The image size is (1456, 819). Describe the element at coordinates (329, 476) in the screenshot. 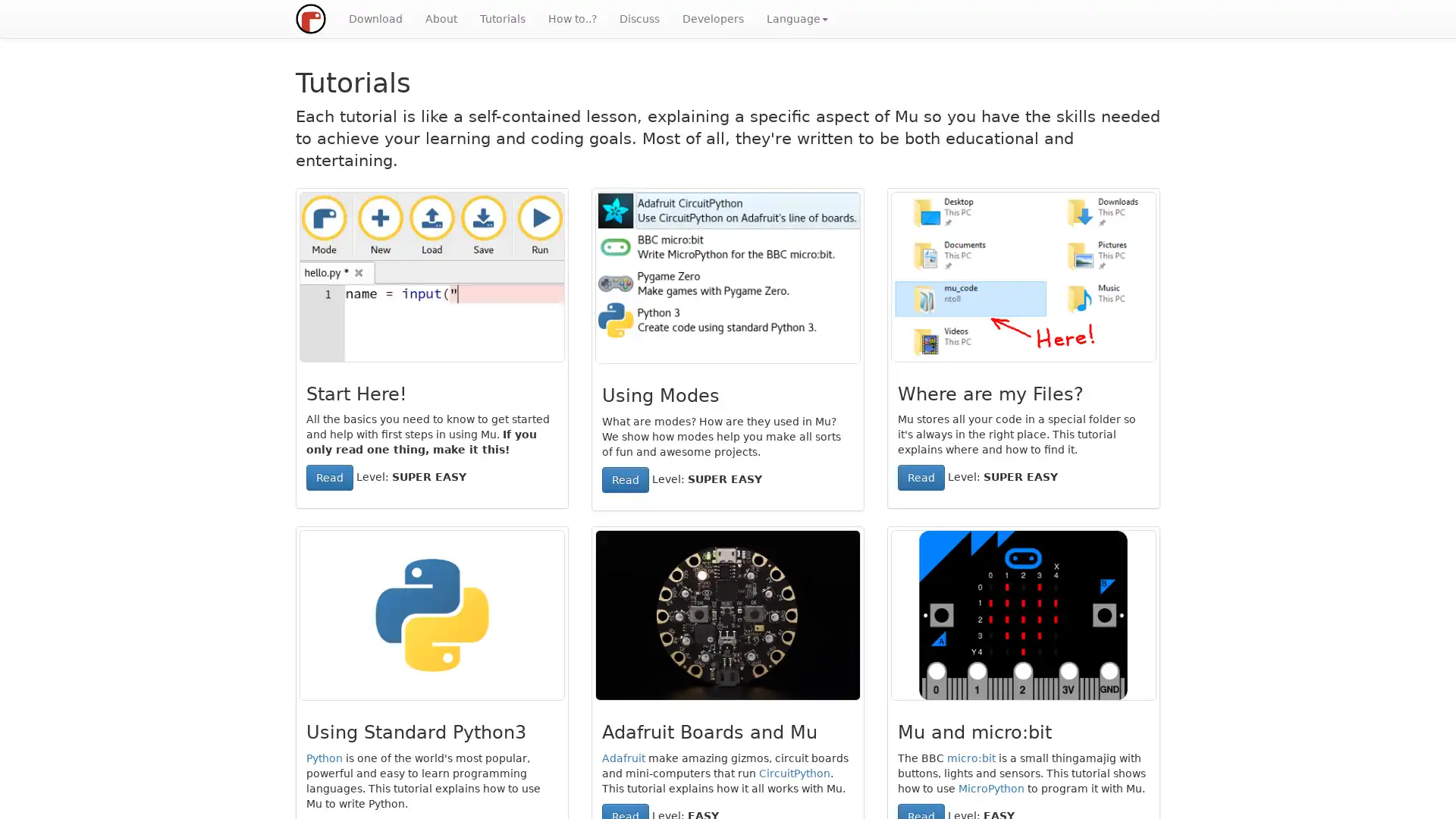

I see `Read` at that location.